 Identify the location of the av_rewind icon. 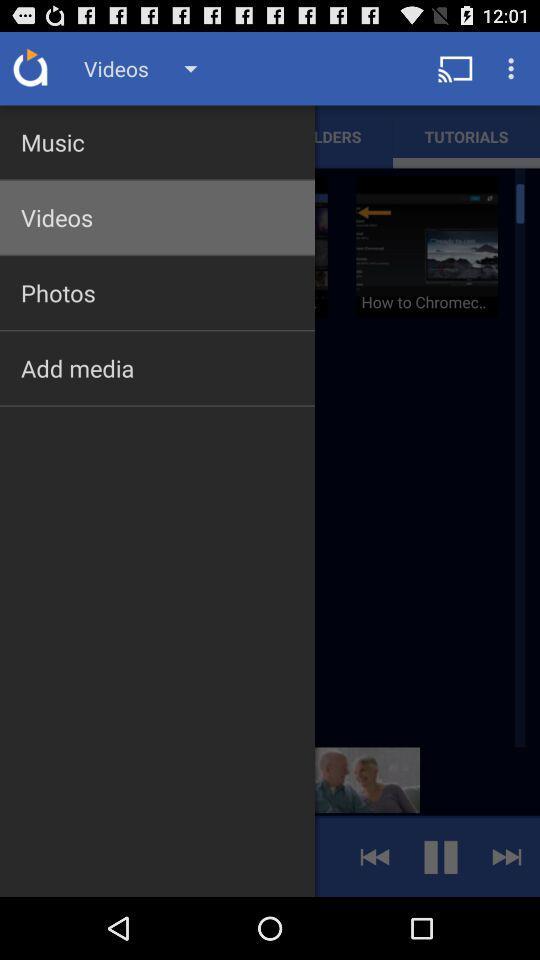
(374, 917).